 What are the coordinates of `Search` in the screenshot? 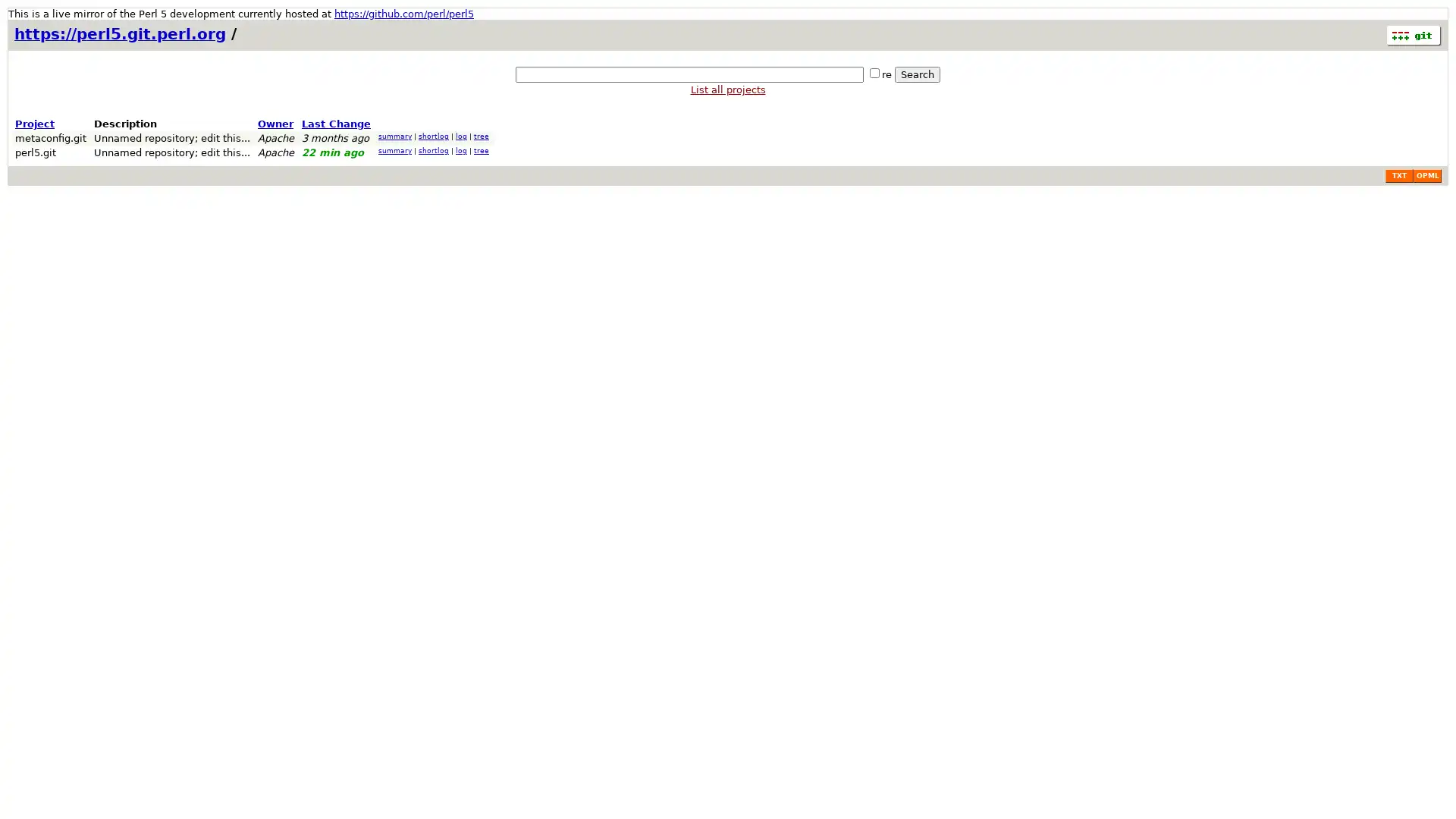 It's located at (916, 74).